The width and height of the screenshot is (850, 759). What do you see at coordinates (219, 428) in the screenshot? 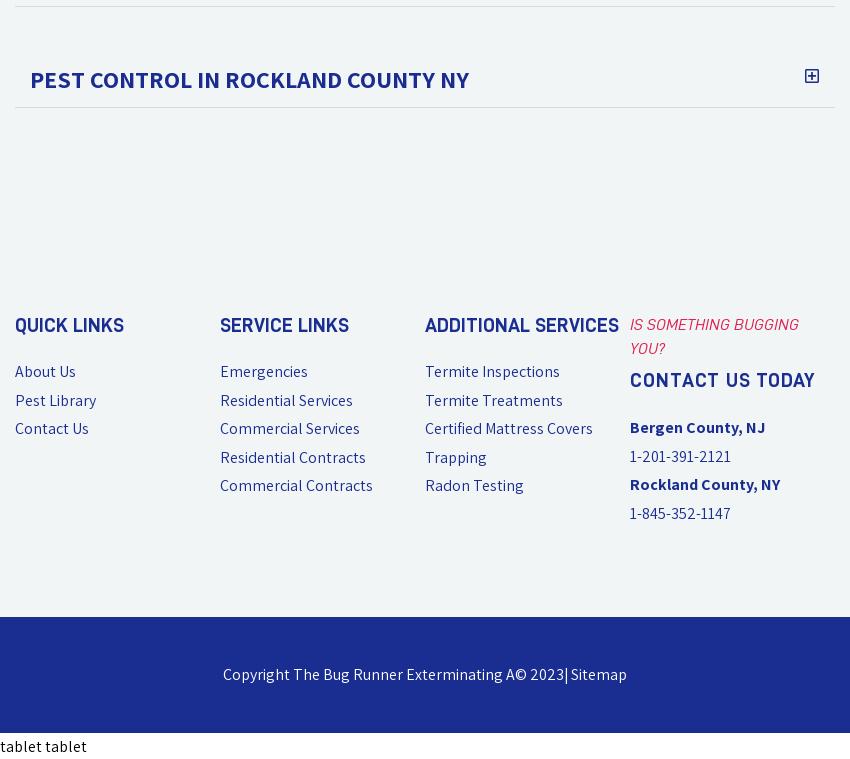
I see `'Commercial Services'` at bounding box center [219, 428].